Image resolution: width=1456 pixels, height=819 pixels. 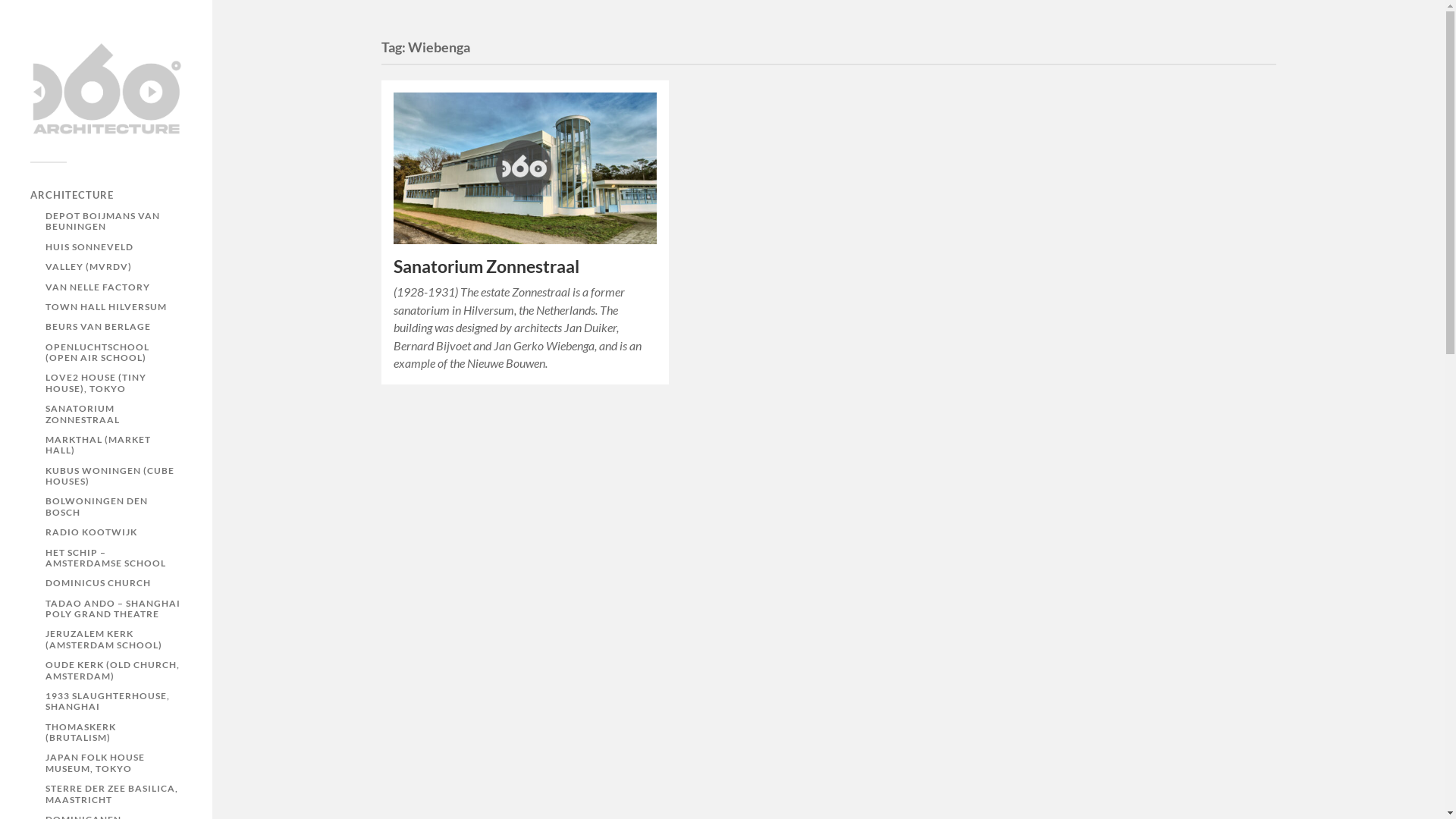 I want to click on 'OPENLUCHTSCHOOL (OPEN AIR SCHOOL)', so click(x=45, y=352).